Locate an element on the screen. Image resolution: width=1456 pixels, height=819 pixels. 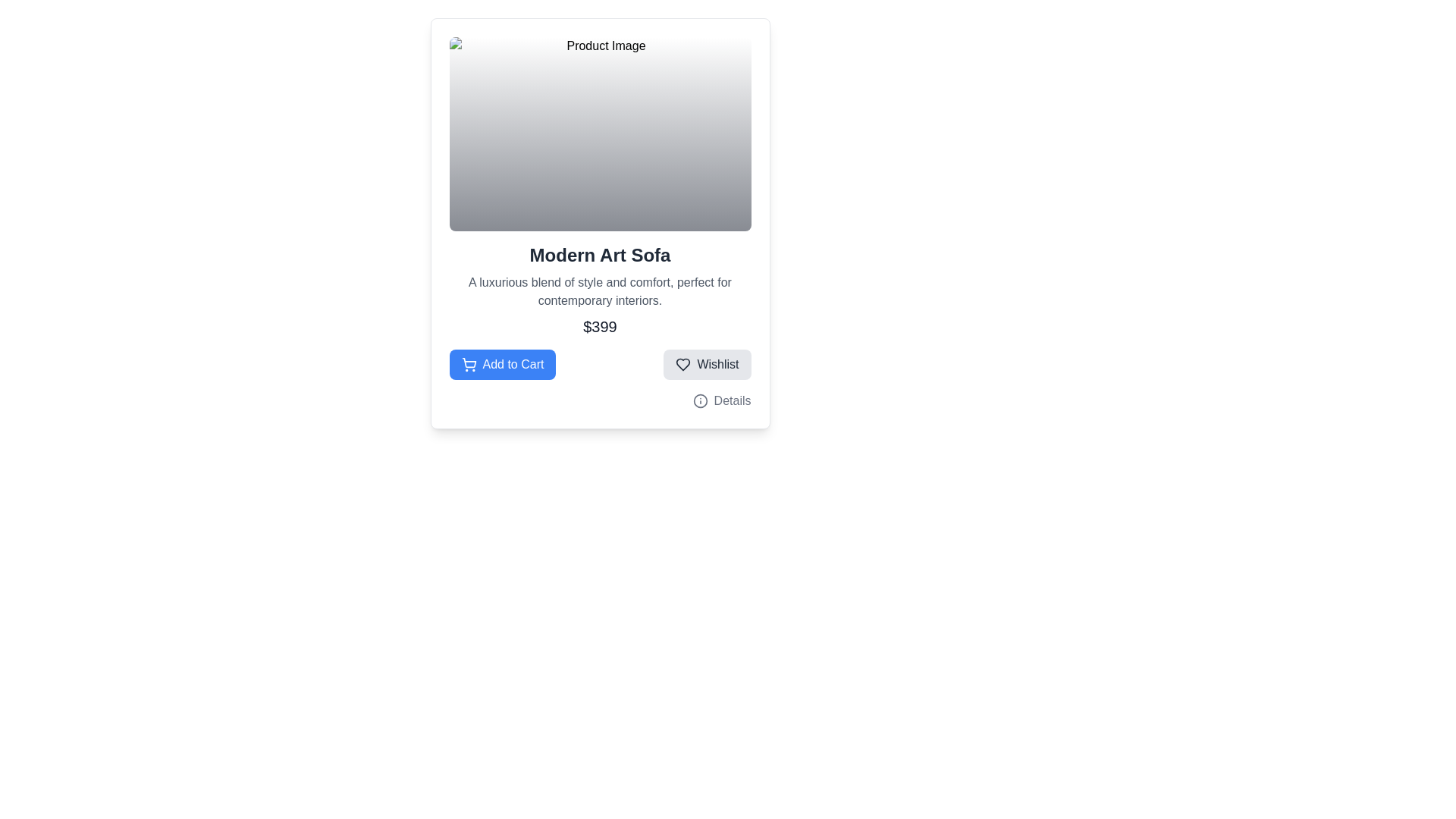
the clickable text with an icon located in the lower-right section of the product card, which allows users is located at coordinates (721, 400).